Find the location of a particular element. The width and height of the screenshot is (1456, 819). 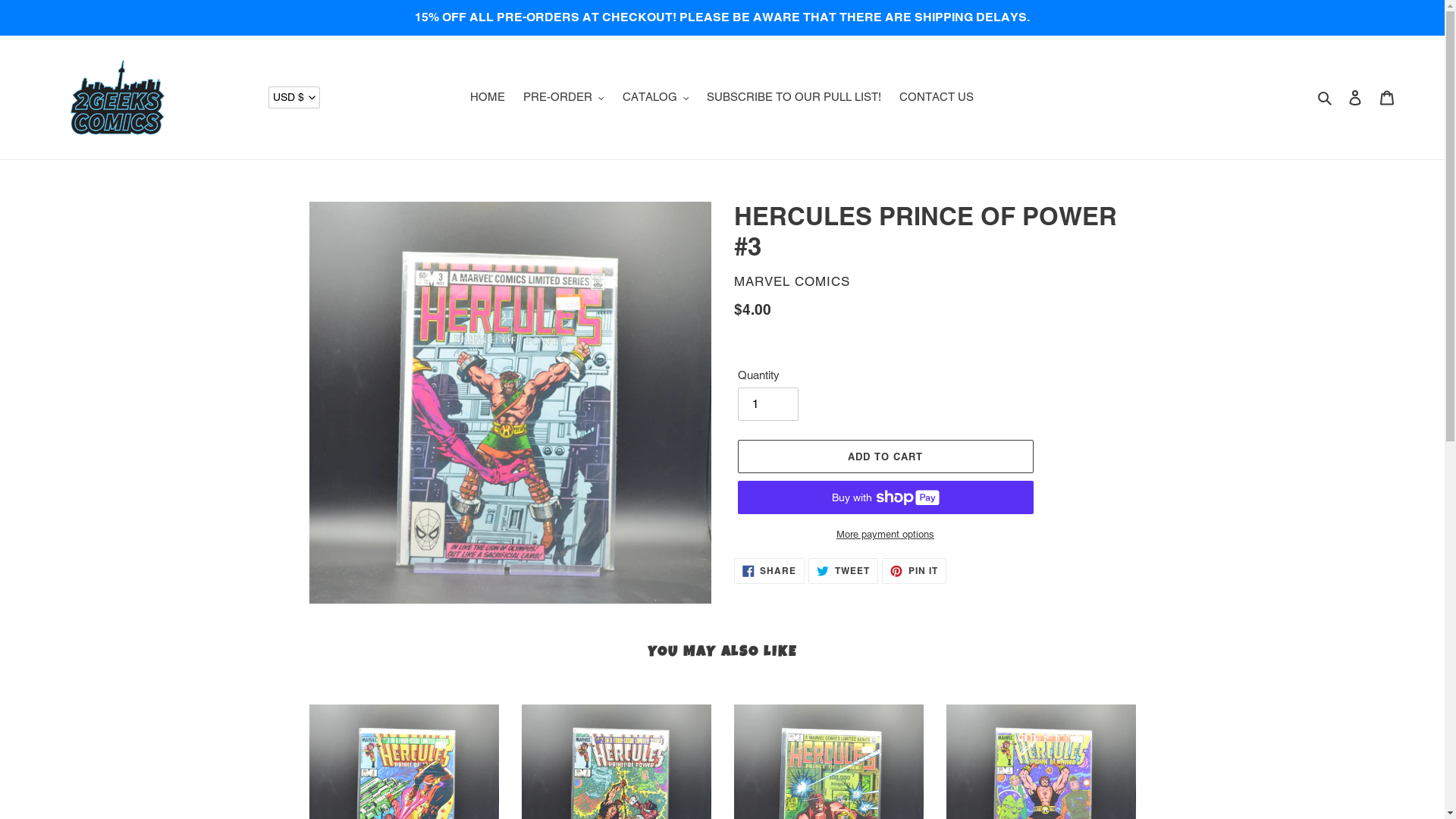

'Log in' is located at coordinates (1339, 97).